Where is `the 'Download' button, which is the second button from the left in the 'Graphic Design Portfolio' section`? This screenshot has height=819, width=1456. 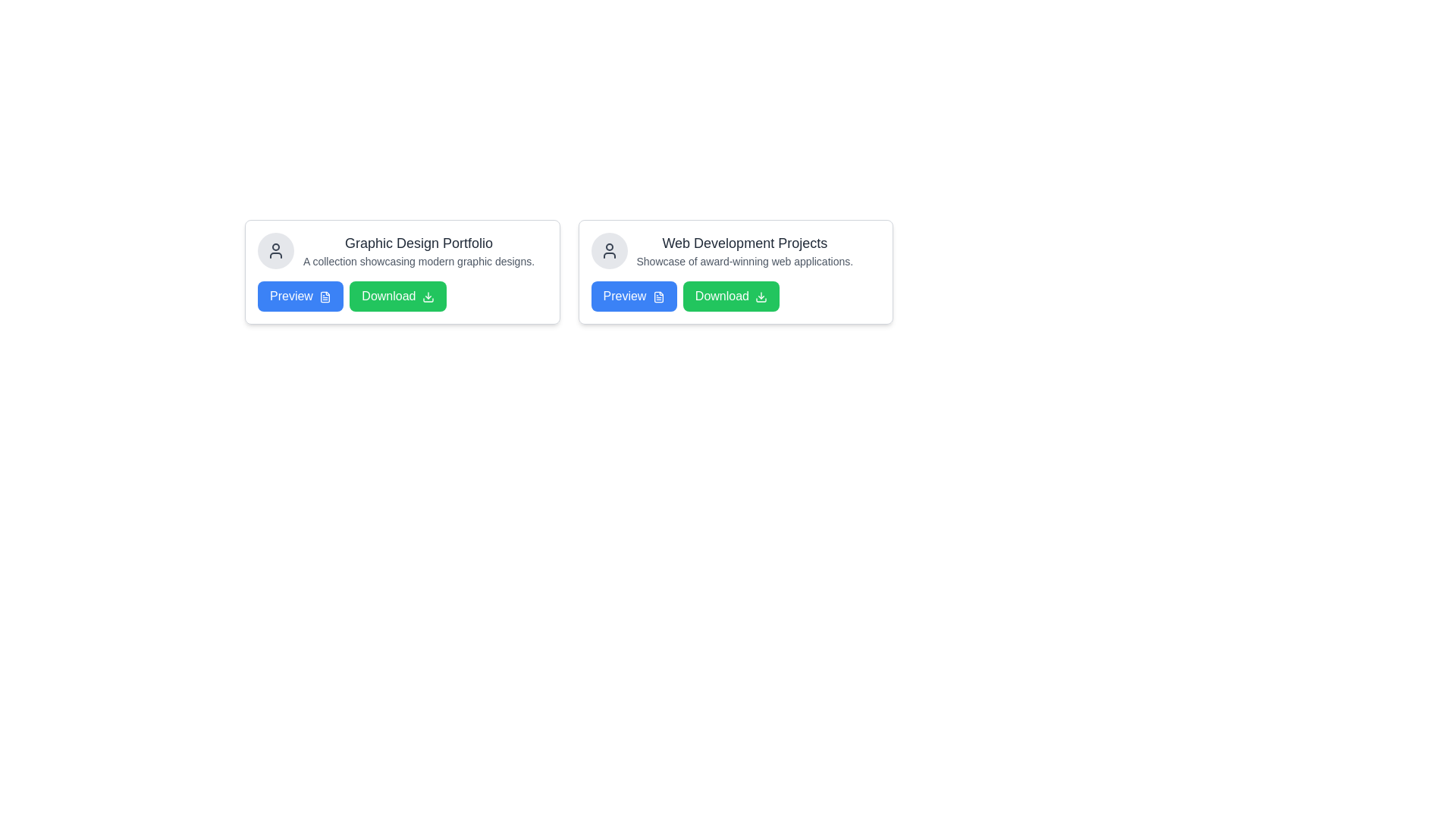
the 'Download' button, which is the second button from the left in the 'Graphic Design Portfolio' section is located at coordinates (398, 296).